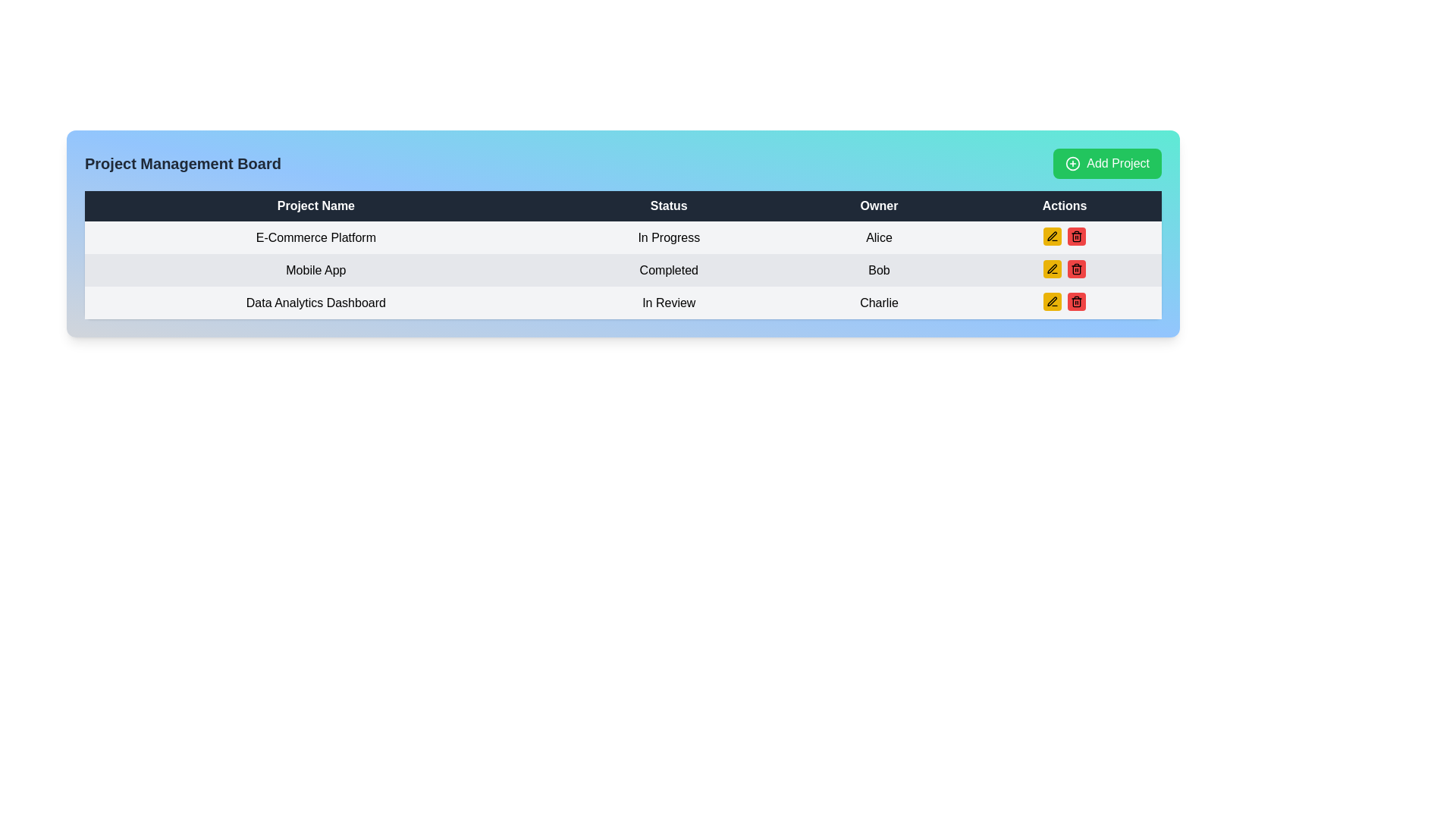 The image size is (1456, 819). What do you see at coordinates (315, 269) in the screenshot?
I see `the text label that displays 'Mobile App', which is the first entry in the second row under the 'Project Name' column in the table layout` at bounding box center [315, 269].